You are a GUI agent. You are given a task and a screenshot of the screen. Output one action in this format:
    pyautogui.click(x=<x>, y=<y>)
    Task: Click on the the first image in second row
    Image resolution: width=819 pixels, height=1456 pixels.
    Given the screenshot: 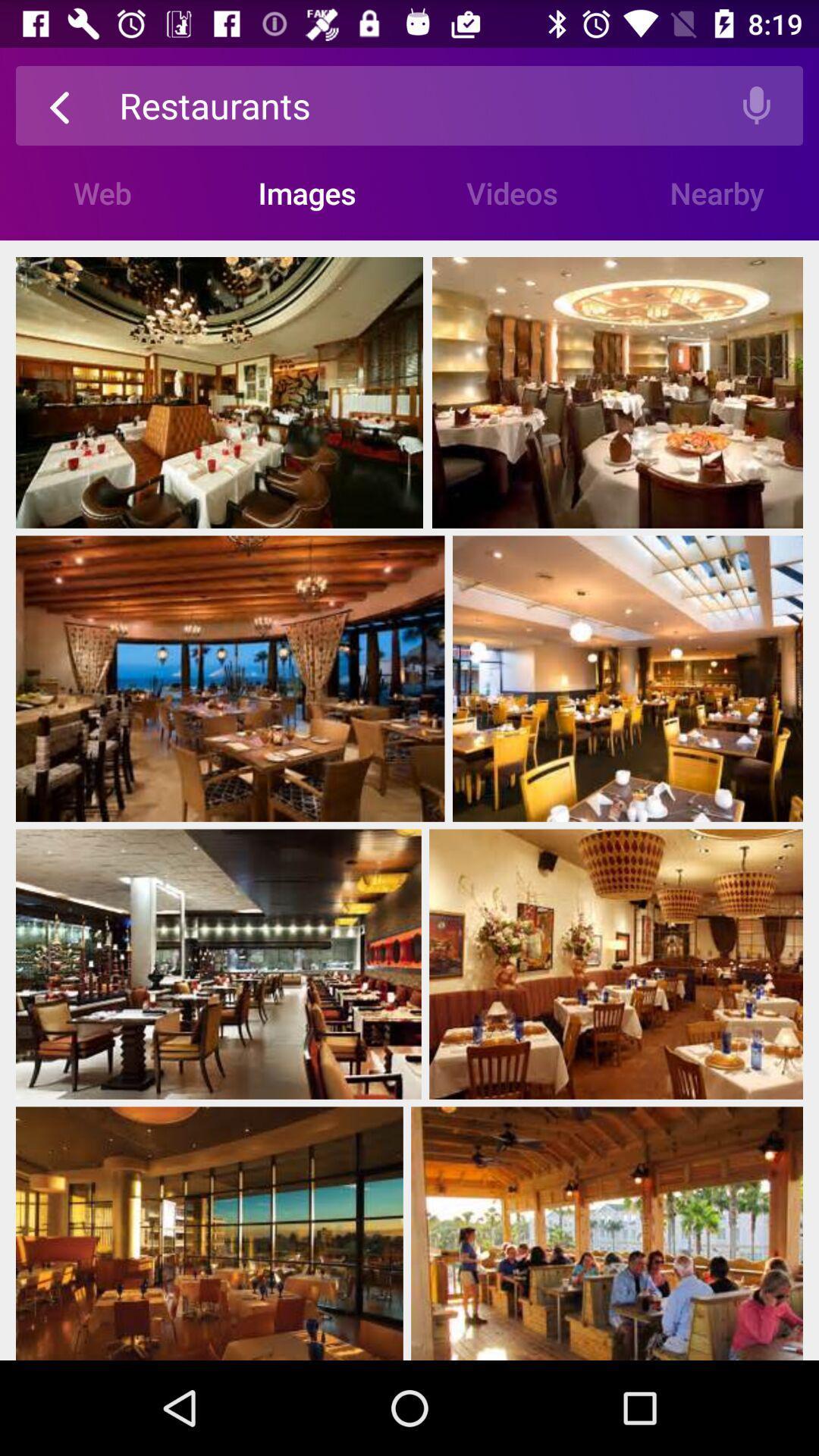 What is the action you would take?
    pyautogui.click(x=231, y=678)
    